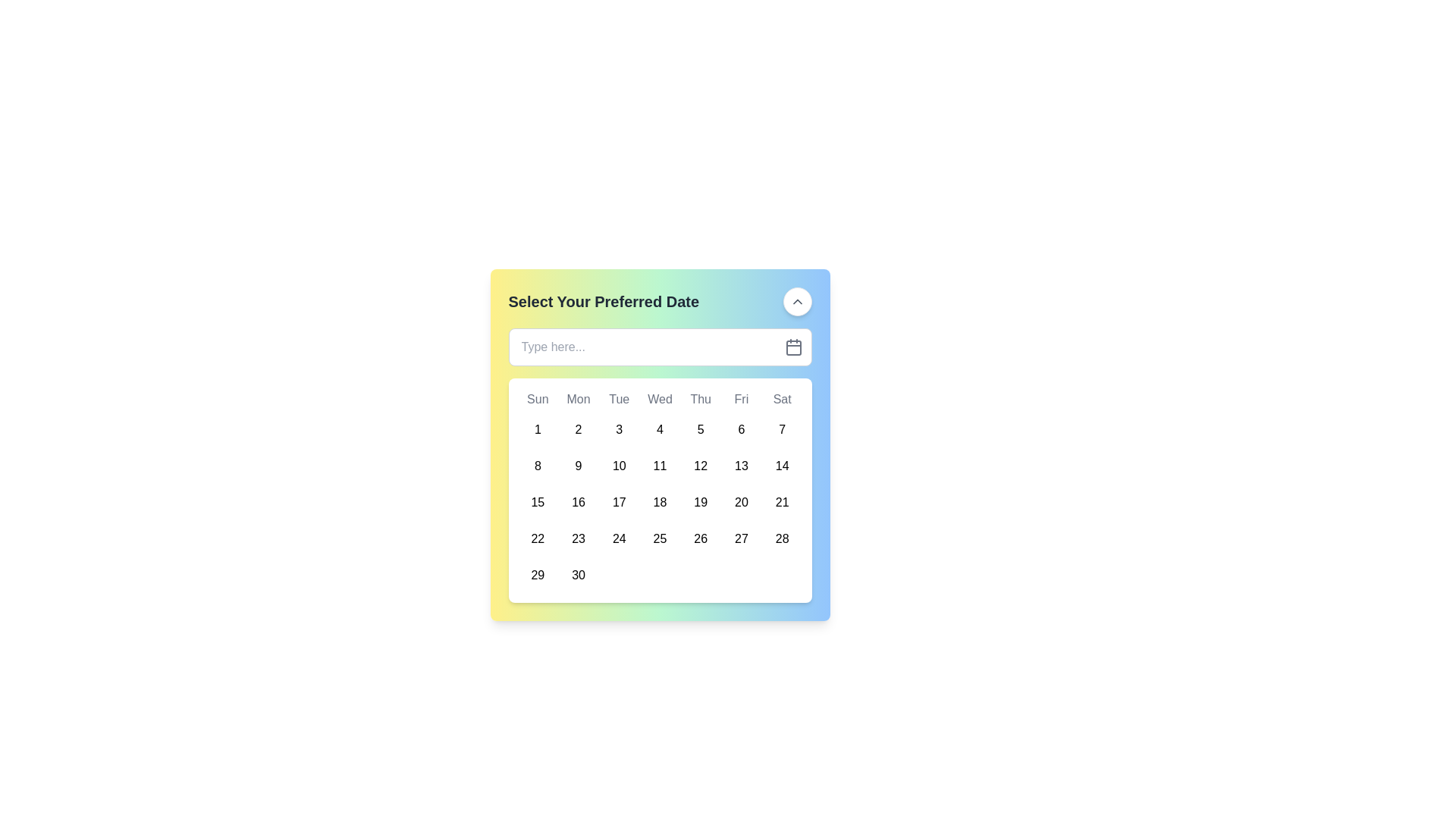 The width and height of the screenshot is (1456, 819). I want to click on the circular button labeled '12' in the calendar grid to observe its styling effect, which includes a background color change to blue and text color change to white, so click(700, 465).